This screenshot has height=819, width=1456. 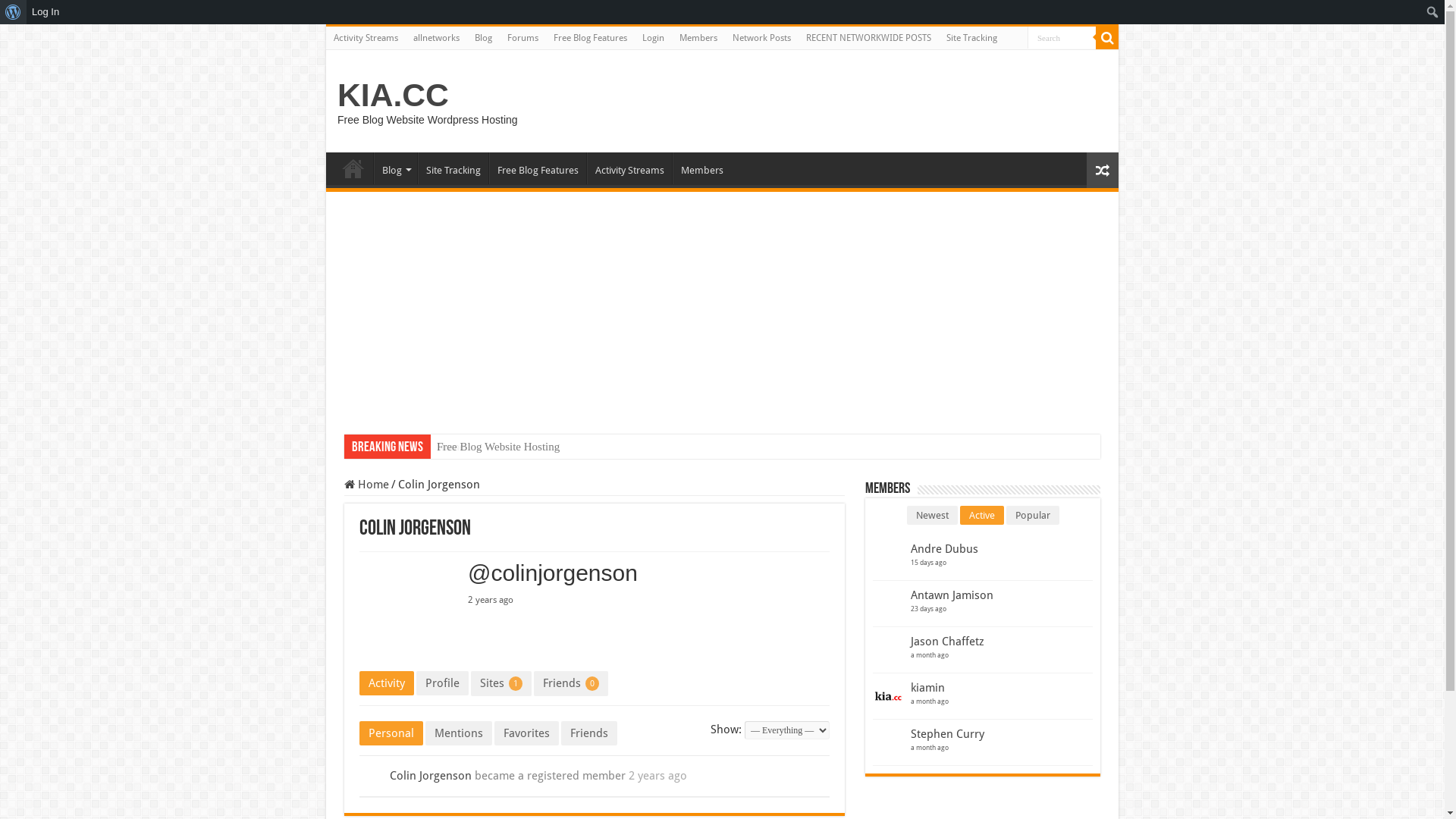 What do you see at coordinates (366, 37) in the screenshot?
I see `'Activity Streams'` at bounding box center [366, 37].